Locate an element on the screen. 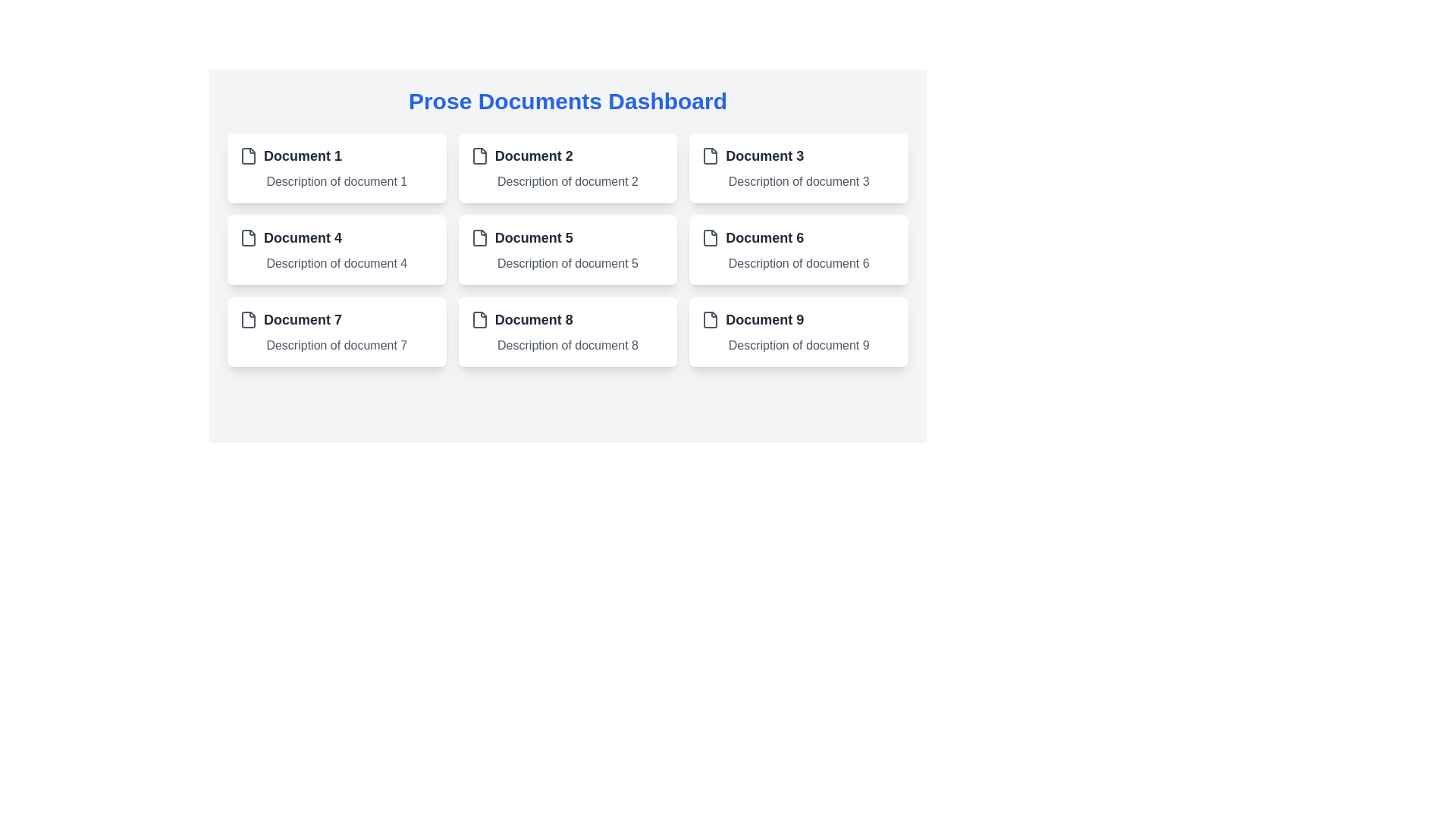 Image resolution: width=1456 pixels, height=819 pixels. displayed document title 'Document 8' from the text label located in the first card of the third row, below the 'Prose Documents Dashboard' header is located at coordinates (534, 318).